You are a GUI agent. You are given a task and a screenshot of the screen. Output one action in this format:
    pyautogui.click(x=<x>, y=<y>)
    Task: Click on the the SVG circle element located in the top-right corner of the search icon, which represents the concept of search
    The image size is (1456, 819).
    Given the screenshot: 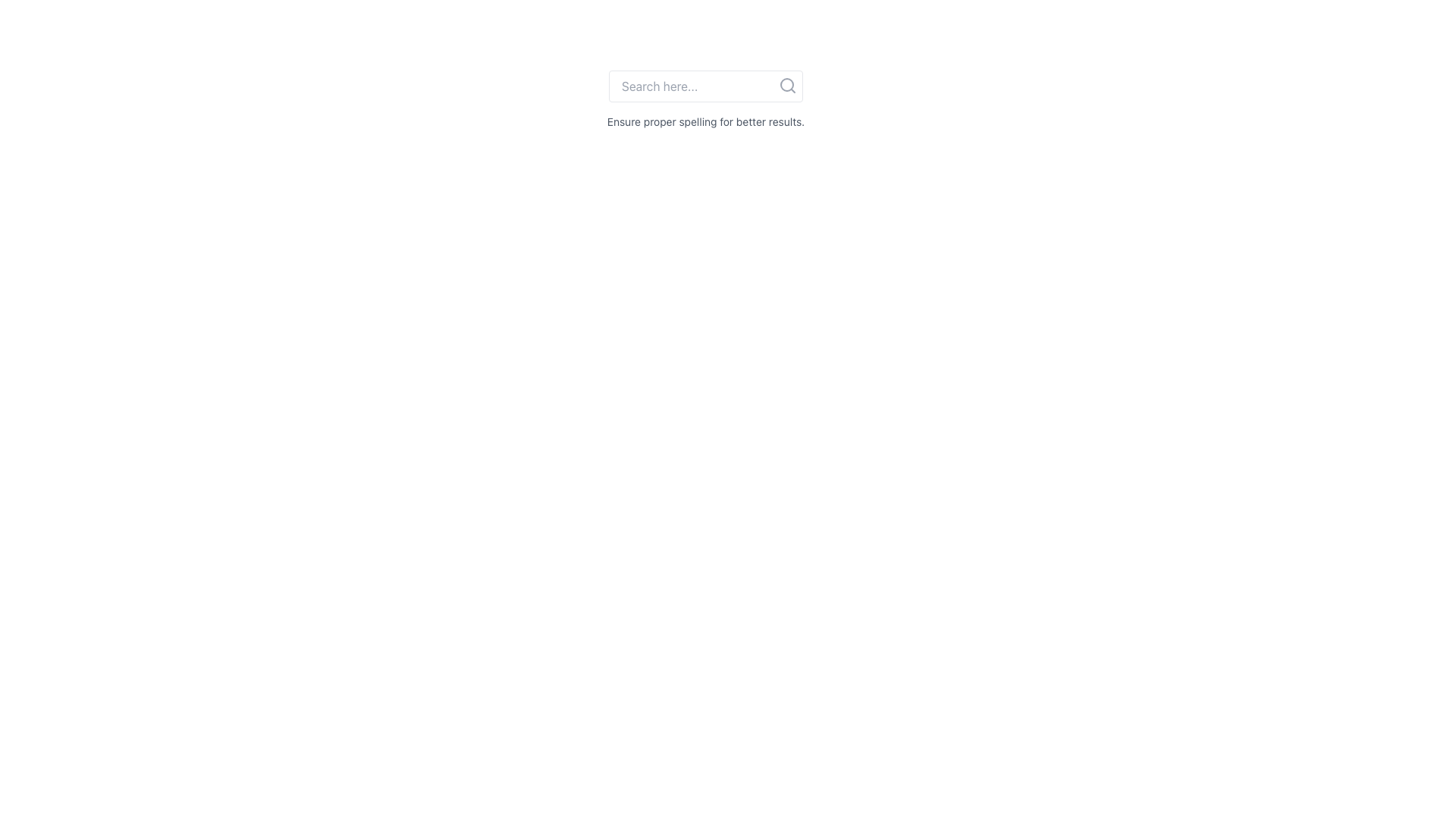 What is the action you would take?
    pyautogui.click(x=786, y=84)
    